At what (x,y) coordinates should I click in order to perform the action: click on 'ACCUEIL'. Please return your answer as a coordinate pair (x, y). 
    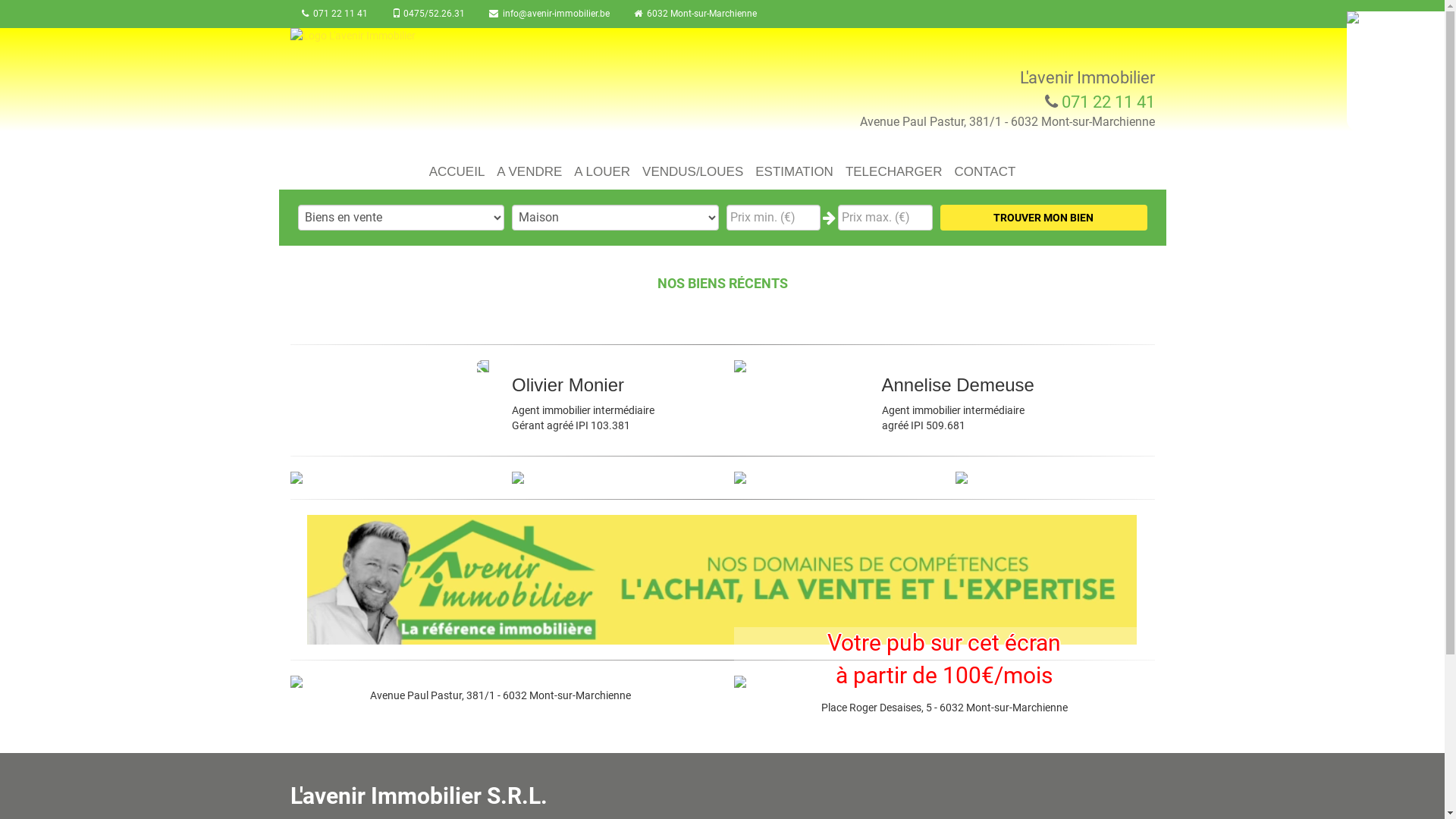
    Looking at the image, I should click on (457, 167).